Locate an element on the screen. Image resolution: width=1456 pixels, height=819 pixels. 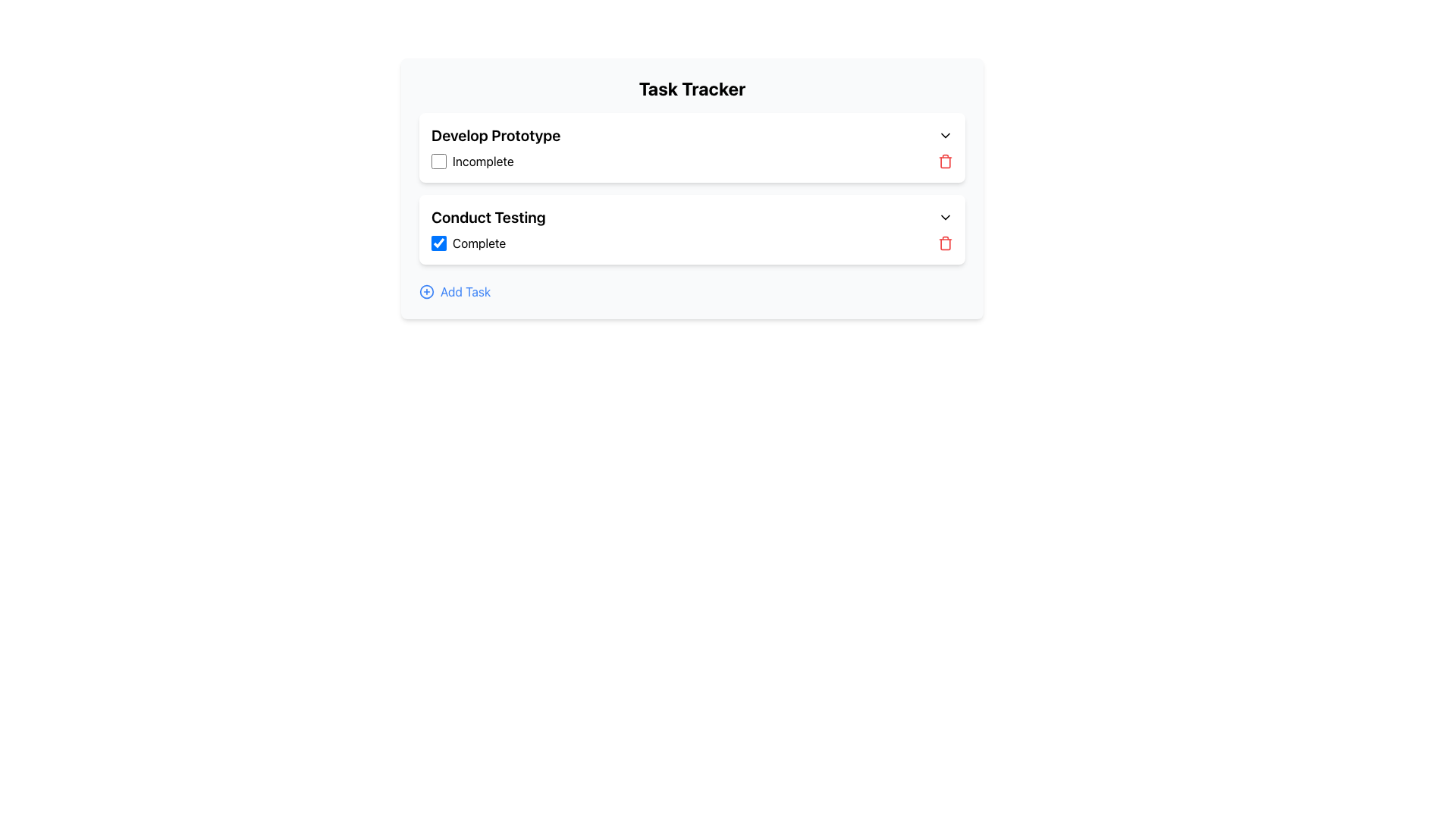
the red trash can icon button located at the end of the 'Conduct Testing' task row is located at coordinates (945, 242).